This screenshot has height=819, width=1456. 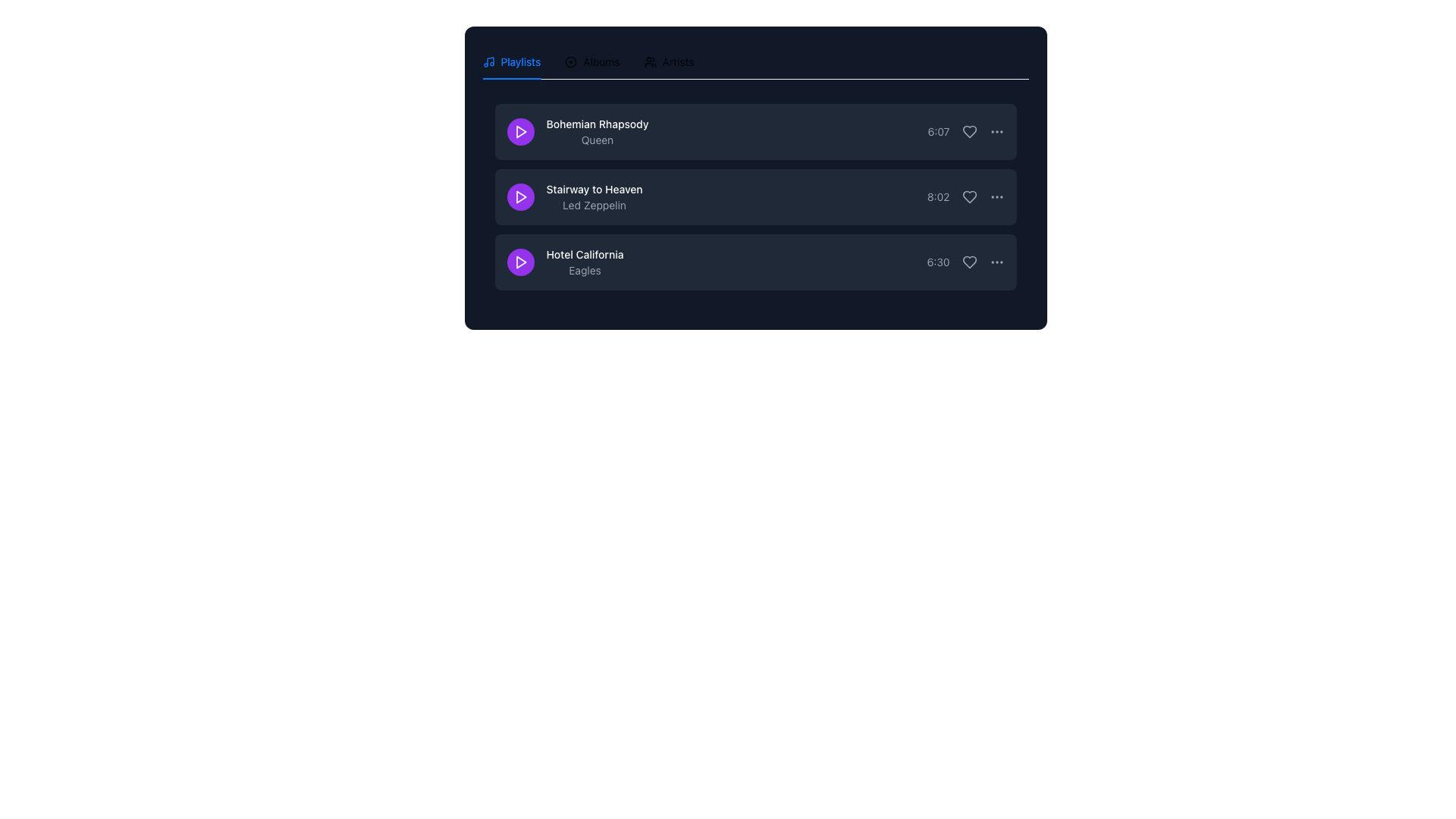 What do you see at coordinates (520, 262) in the screenshot?
I see `the play button for the song 'Hotel California' by 'Eagles'` at bounding box center [520, 262].